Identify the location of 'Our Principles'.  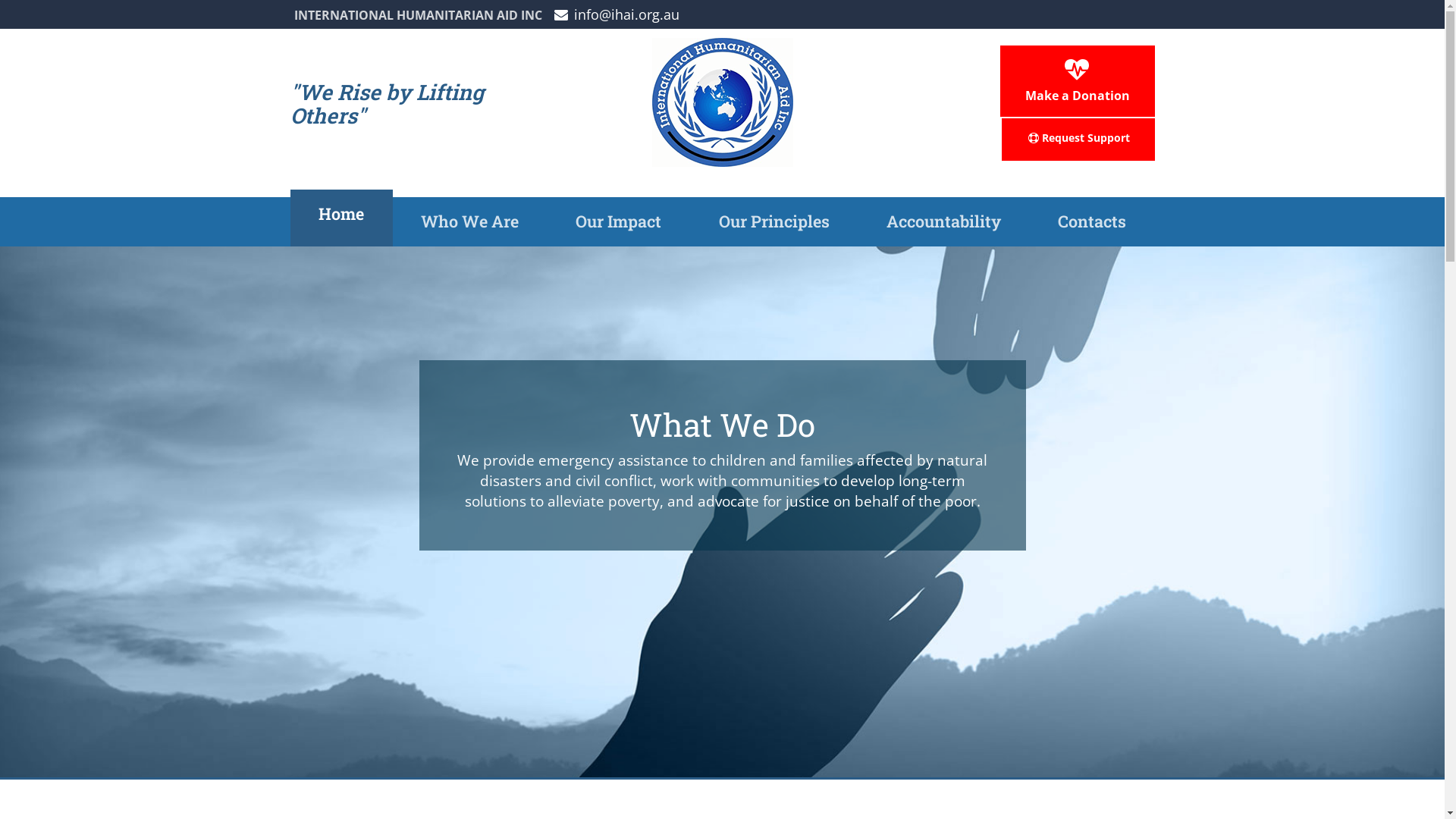
(689, 221).